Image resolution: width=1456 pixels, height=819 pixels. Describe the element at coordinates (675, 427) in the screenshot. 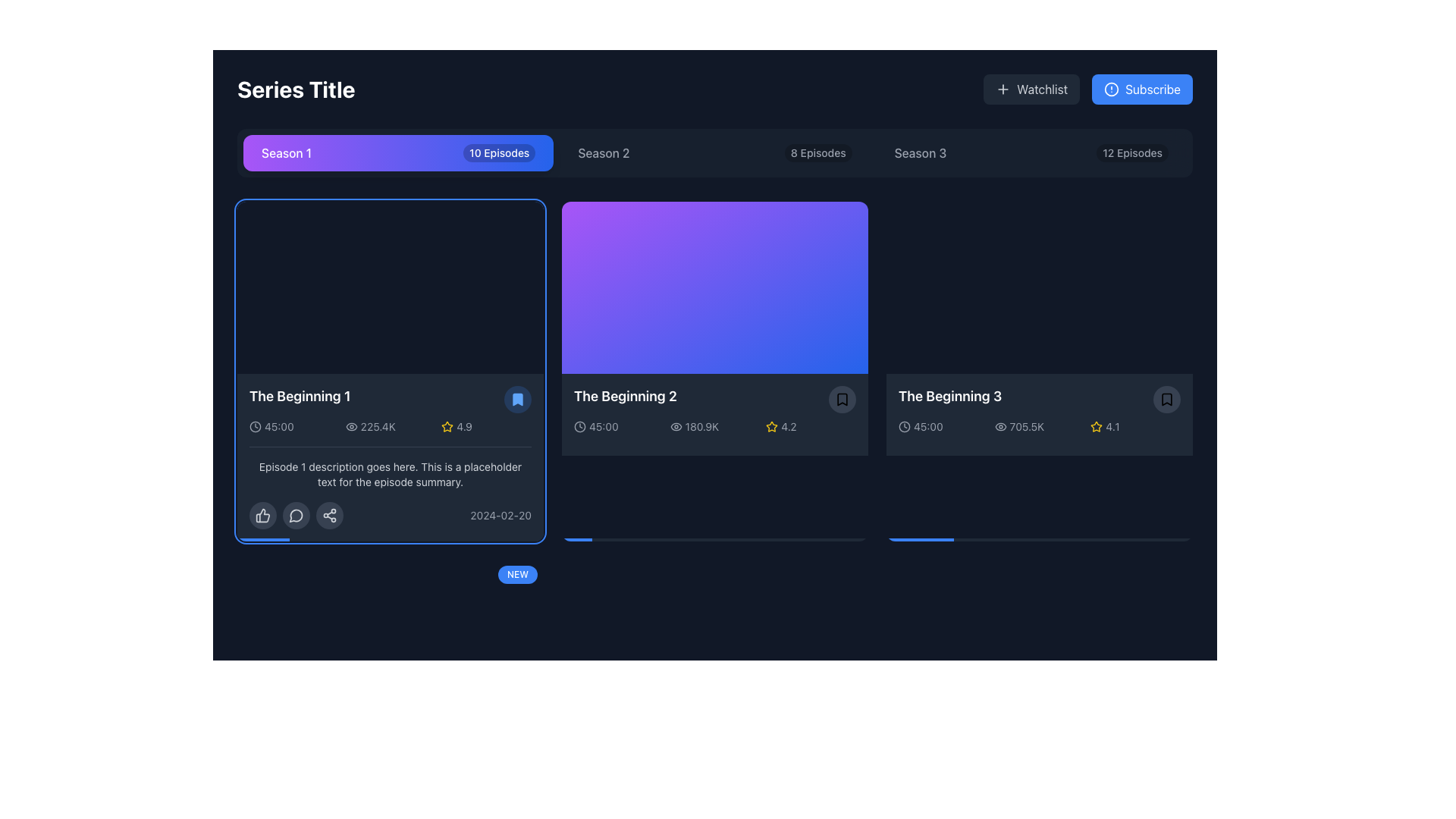

I see `the eye icon representing visibility or preview features located in the bottom-right corner of 'The Beginning 1' card` at that location.